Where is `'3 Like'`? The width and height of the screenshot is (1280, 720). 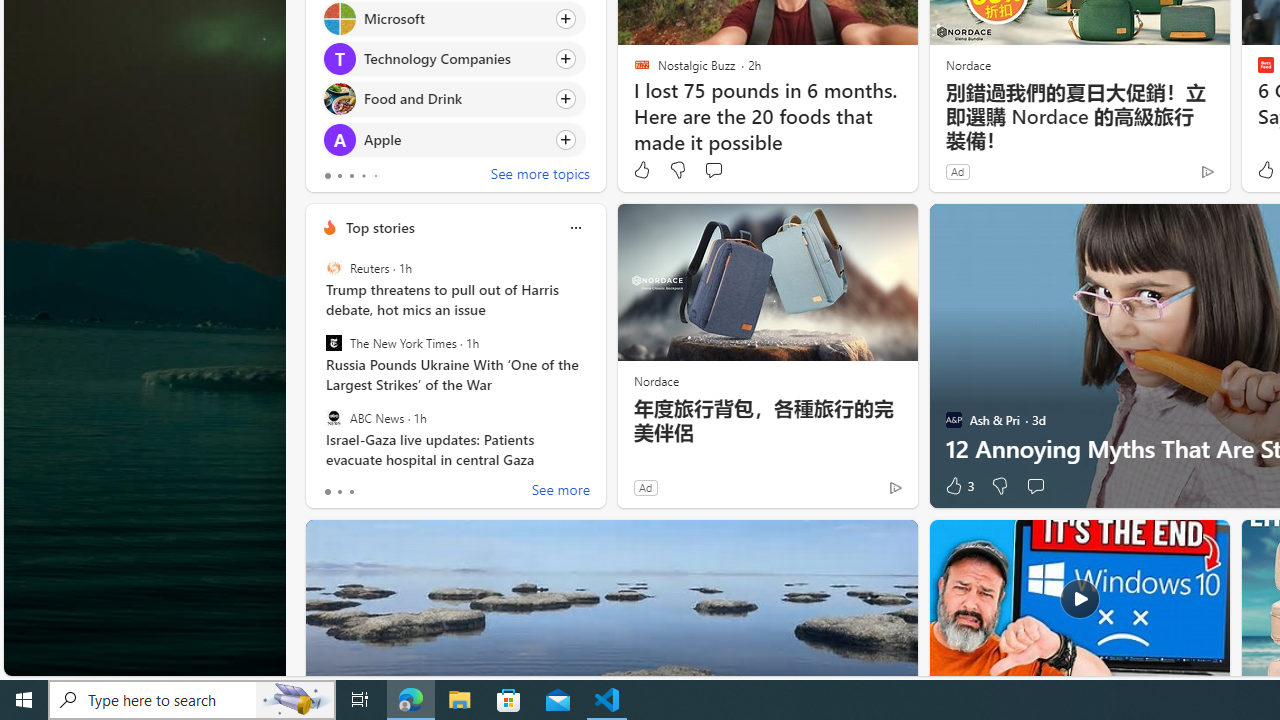
'3 Like' is located at coordinates (957, 486).